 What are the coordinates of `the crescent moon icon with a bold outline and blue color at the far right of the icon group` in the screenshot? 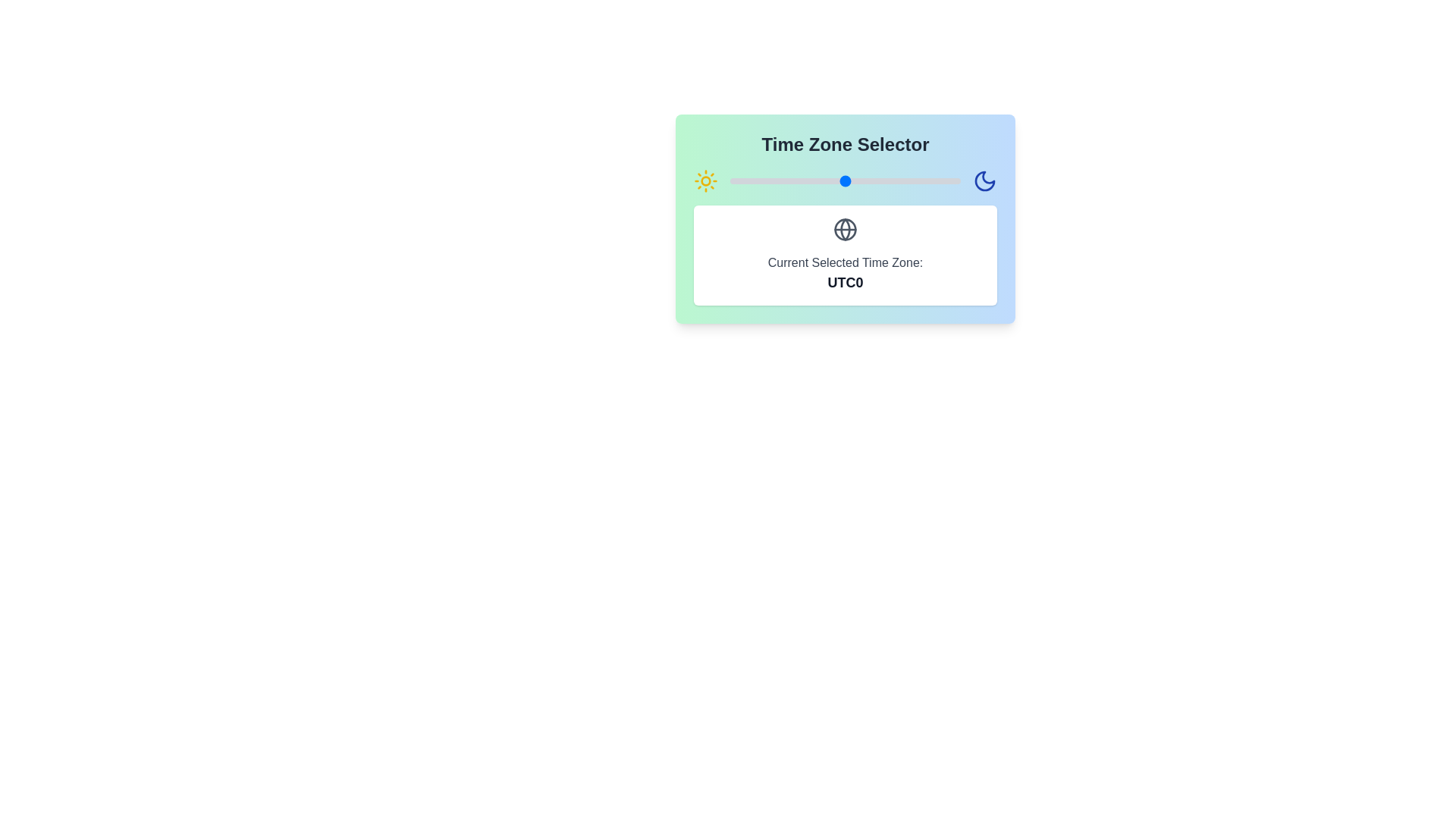 It's located at (985, 180).